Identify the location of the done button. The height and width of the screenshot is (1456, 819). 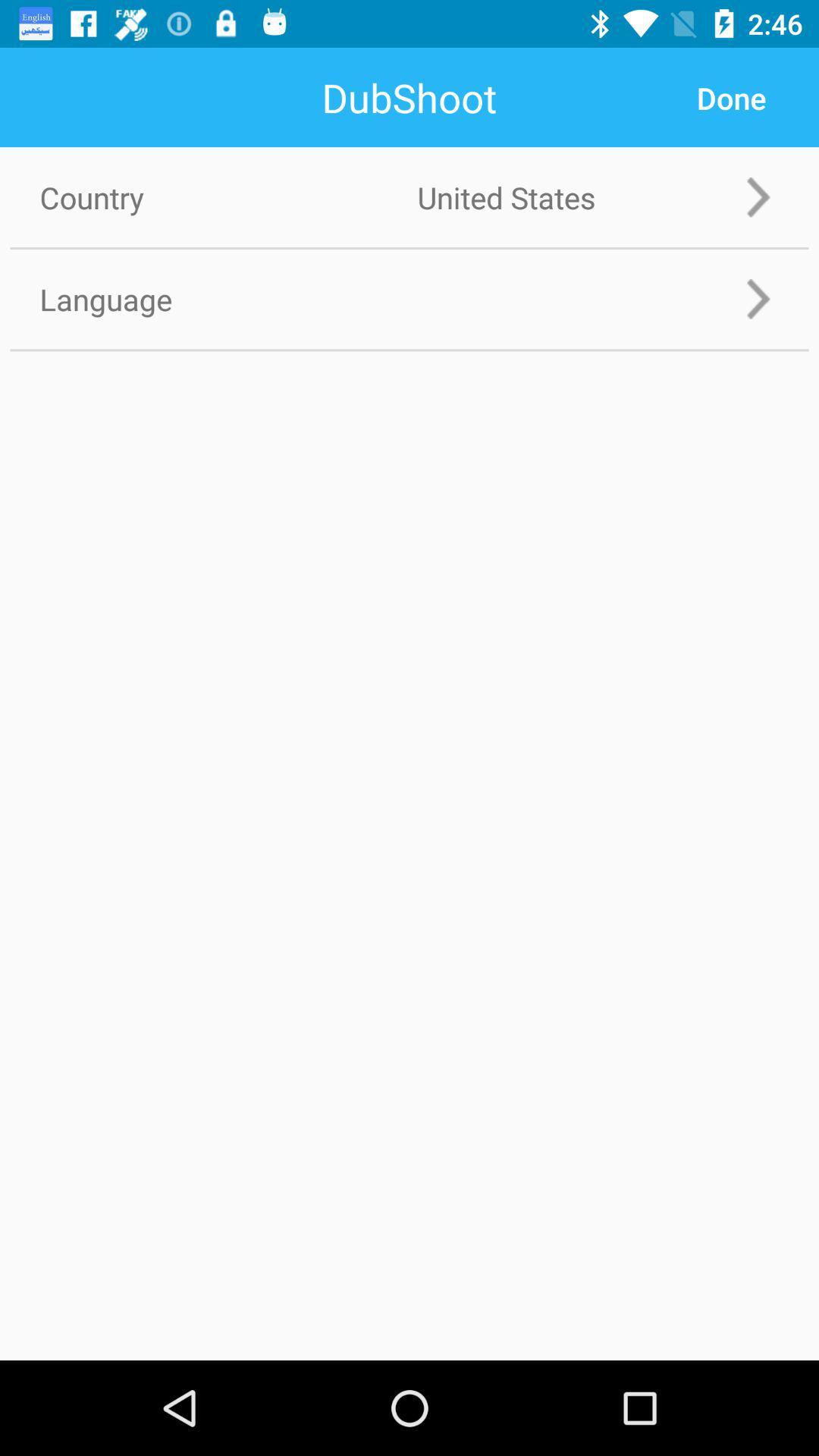
(730, 97).